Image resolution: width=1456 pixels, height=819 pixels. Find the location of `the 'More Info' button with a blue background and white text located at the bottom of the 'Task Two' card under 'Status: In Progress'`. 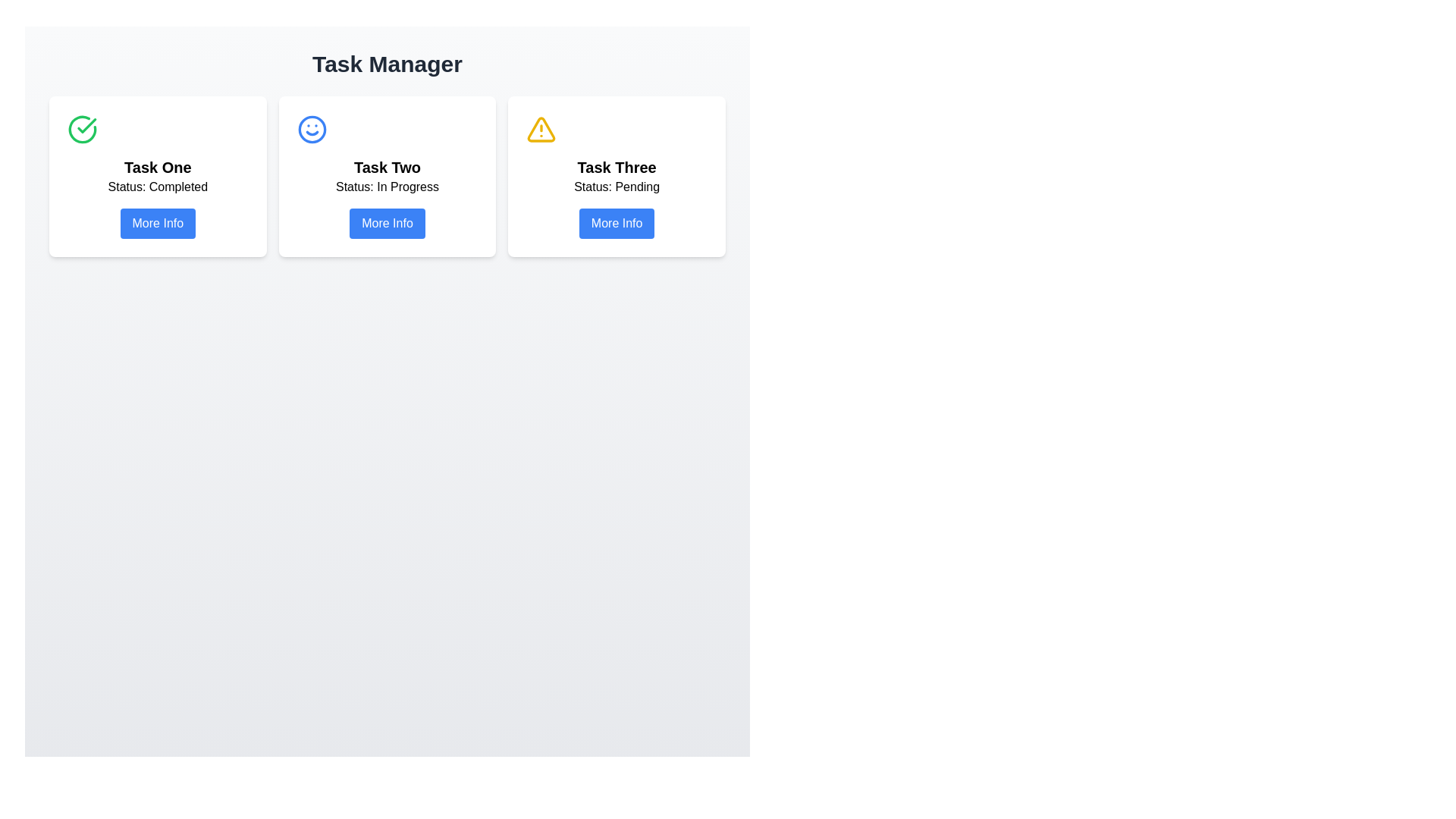

the 'More Info' button with a blue background and white text located at the bottom of the 'Task Two' card under 'Status: In Progress' is located at coordinates (387, 223).